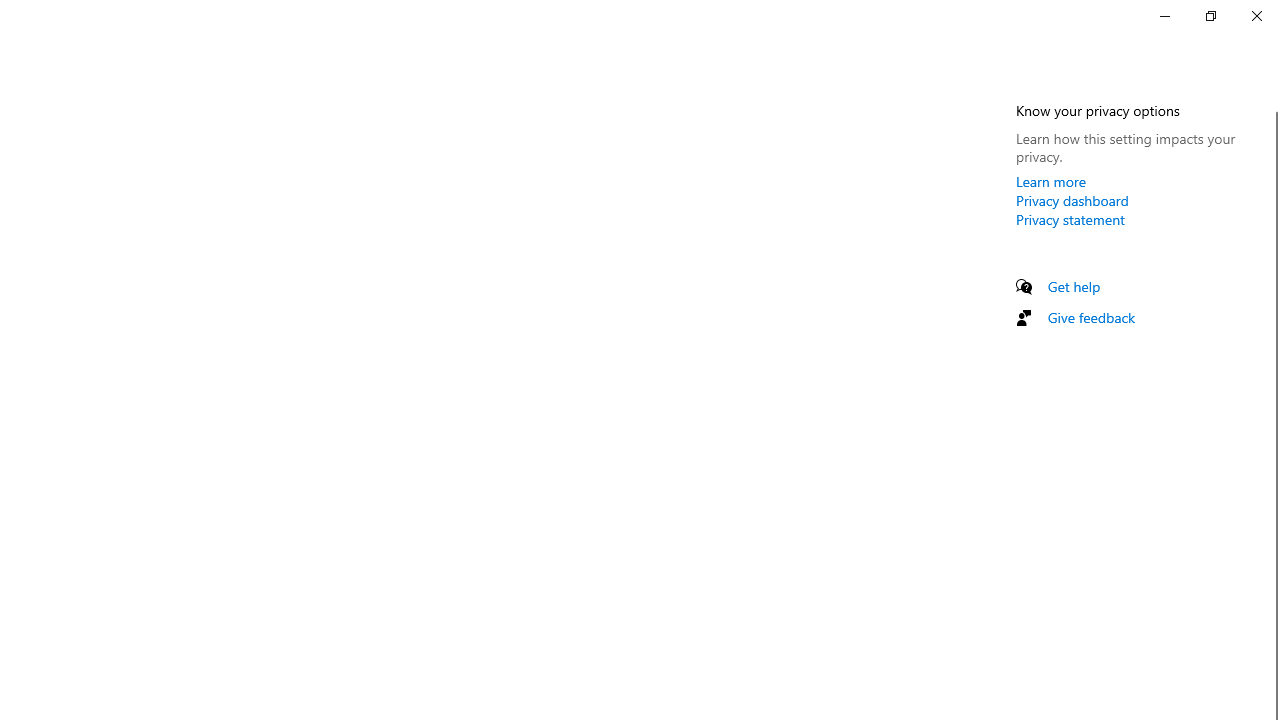  I want to click on 'Close Settings', so click(1255, 15).